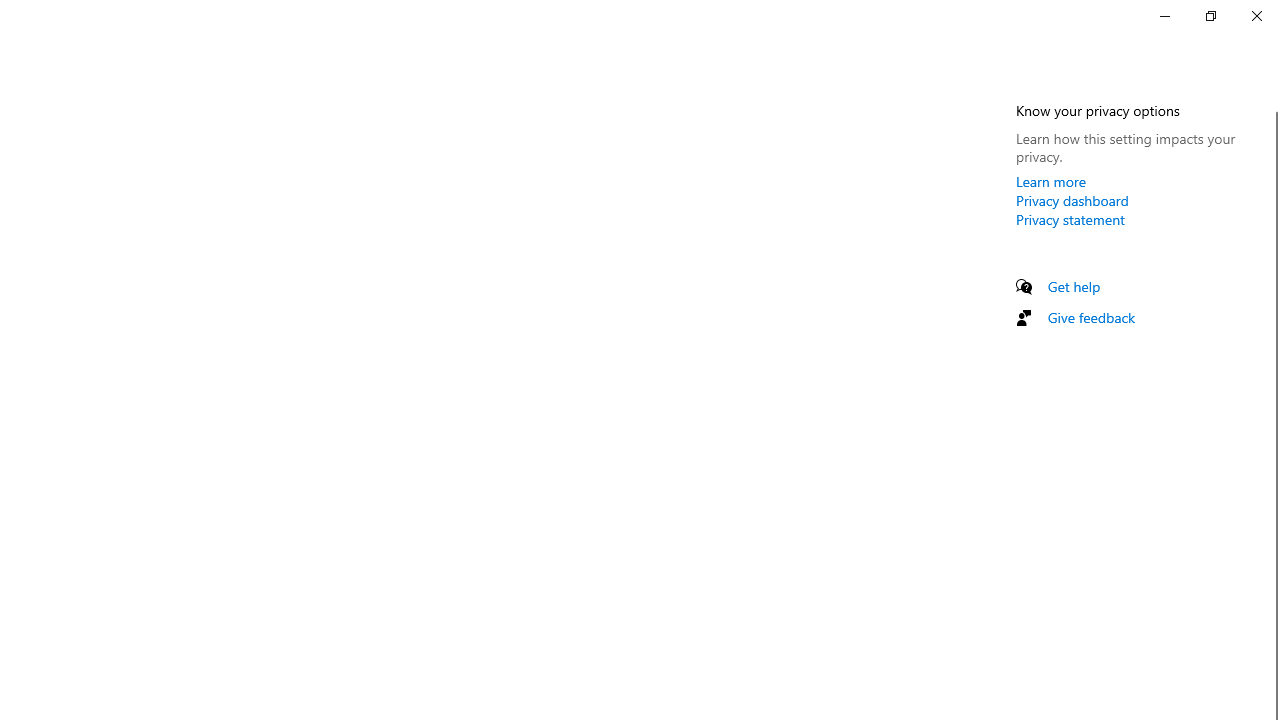  I want to click on 'Close Settings', so click(1255, 15).